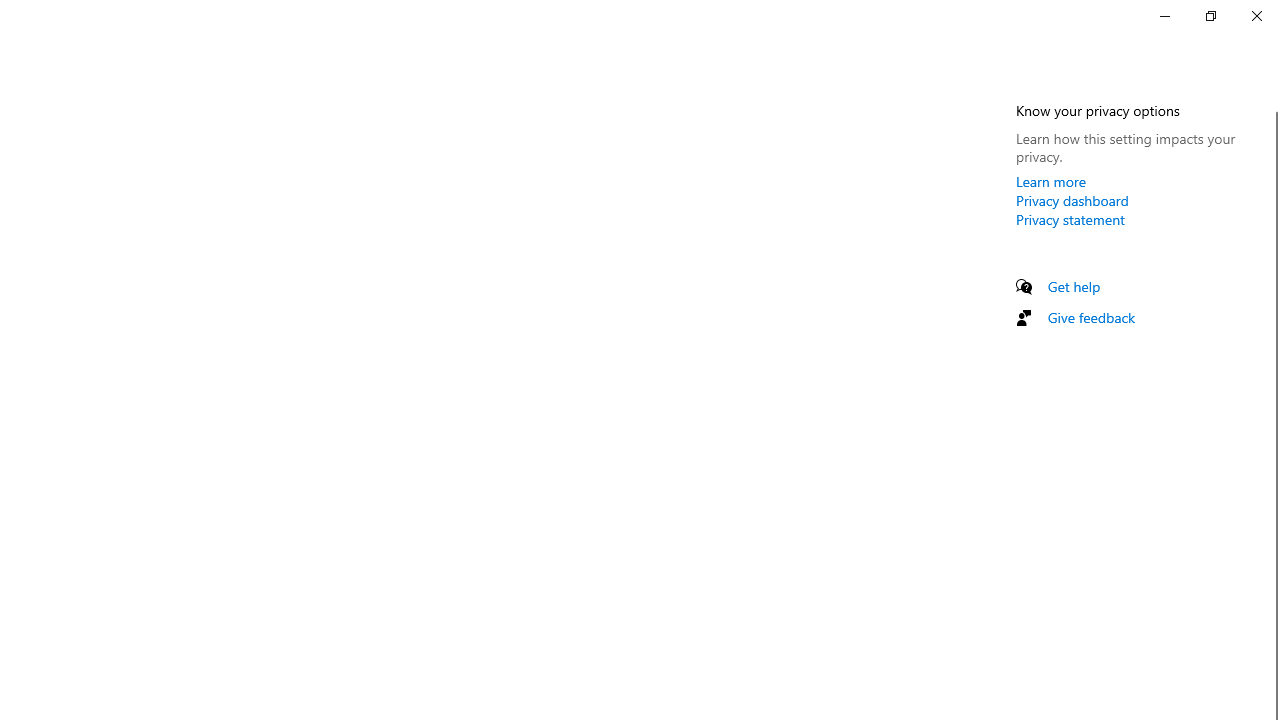  I want to click on 'Close Settings', so click(1255, 15).